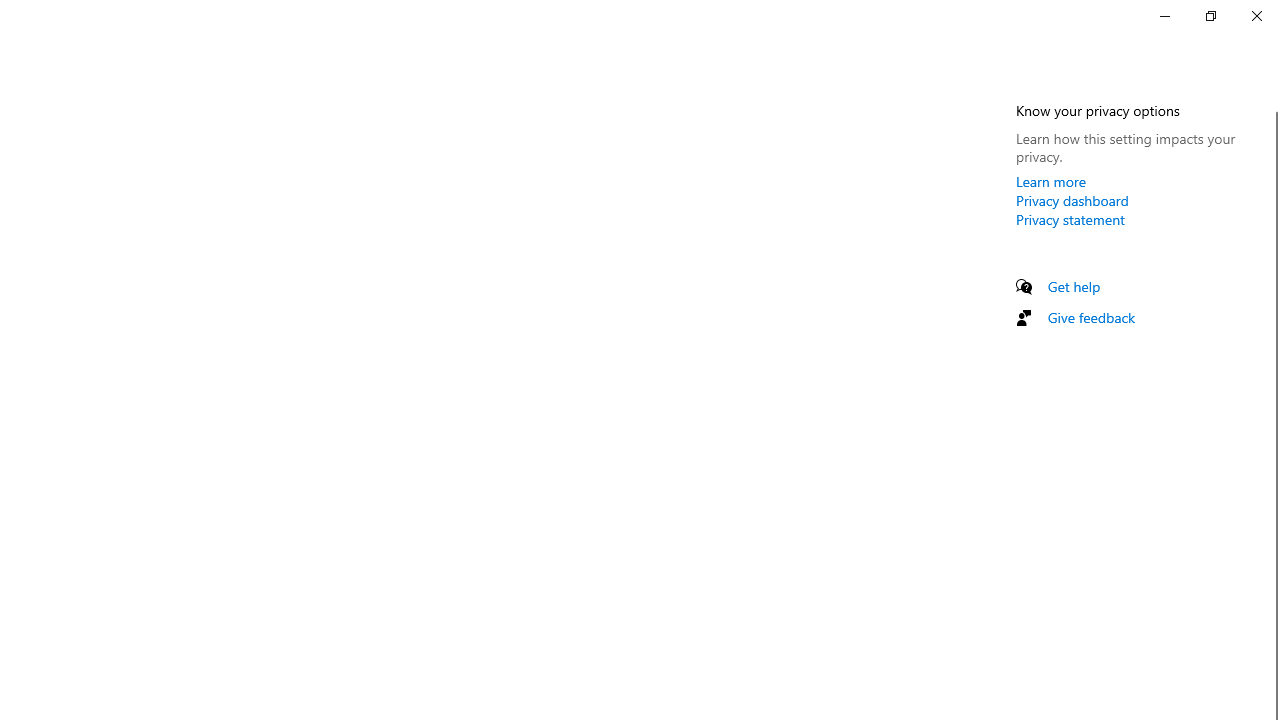  I want to click on 'Close Settings', so click(1255, 15).